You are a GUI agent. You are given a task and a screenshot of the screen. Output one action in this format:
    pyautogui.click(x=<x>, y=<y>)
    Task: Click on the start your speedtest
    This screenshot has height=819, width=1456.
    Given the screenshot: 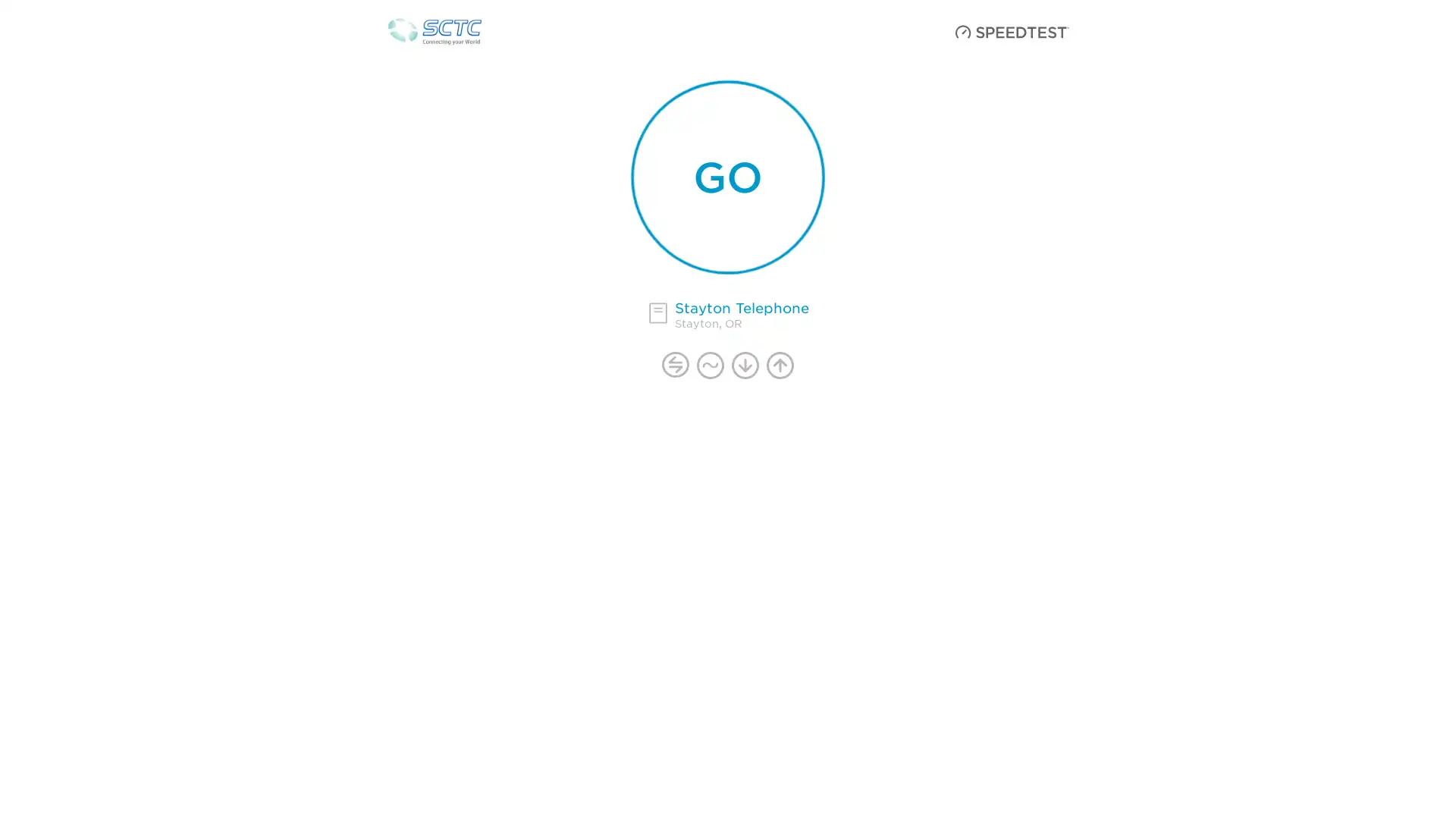 What is the action you would take?
    pyautogui.click(x=728, y=177)
    